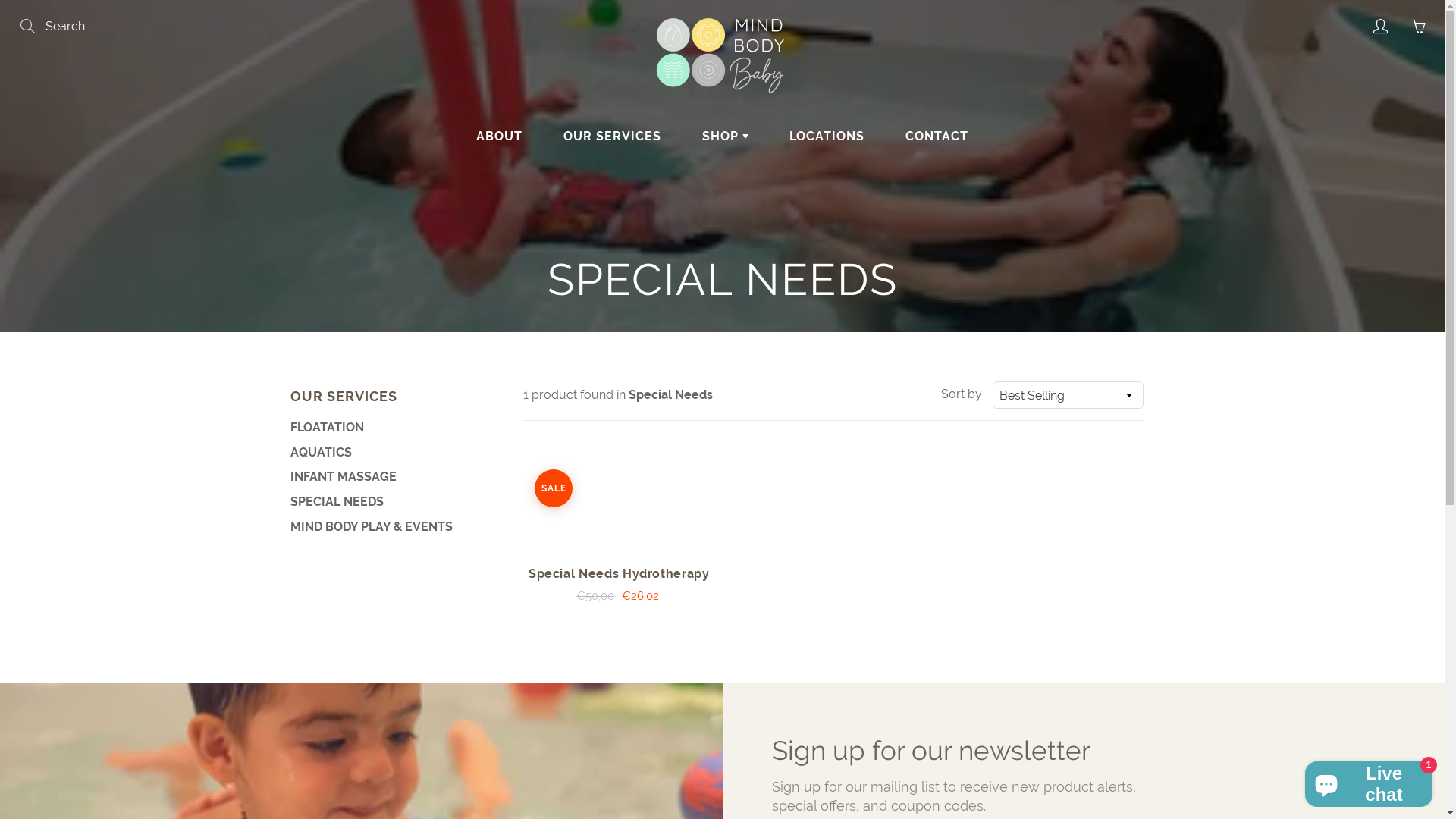 This screenshot has height=819, width=1456. Describe the element at coordinates (682, 136) in the screenshot. I see `'SHOP'` at that location.